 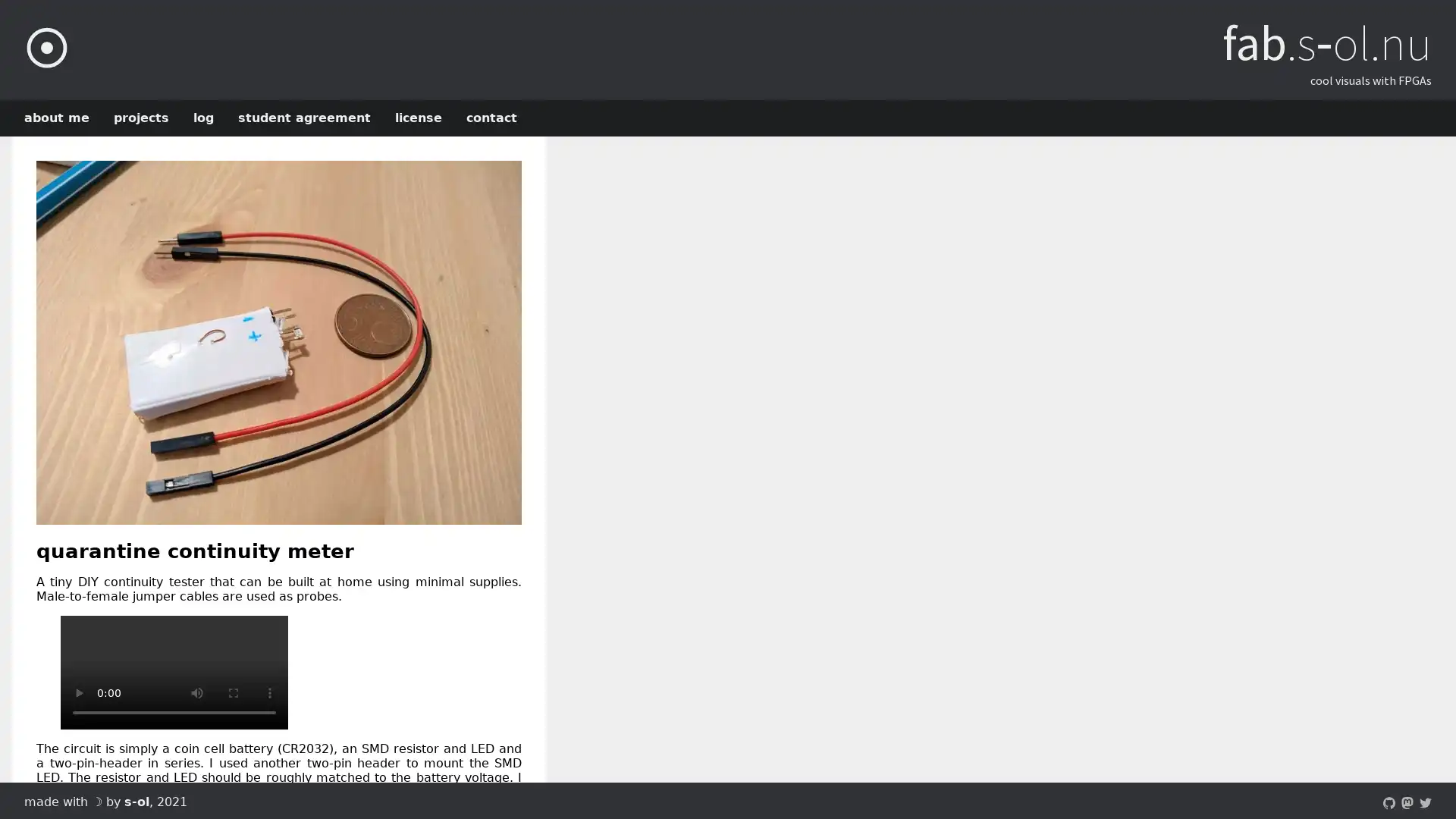 What do you see at coordinates (269, 693) in the screenshot?
I see `show more media controls` at bounding box center [269, 693].